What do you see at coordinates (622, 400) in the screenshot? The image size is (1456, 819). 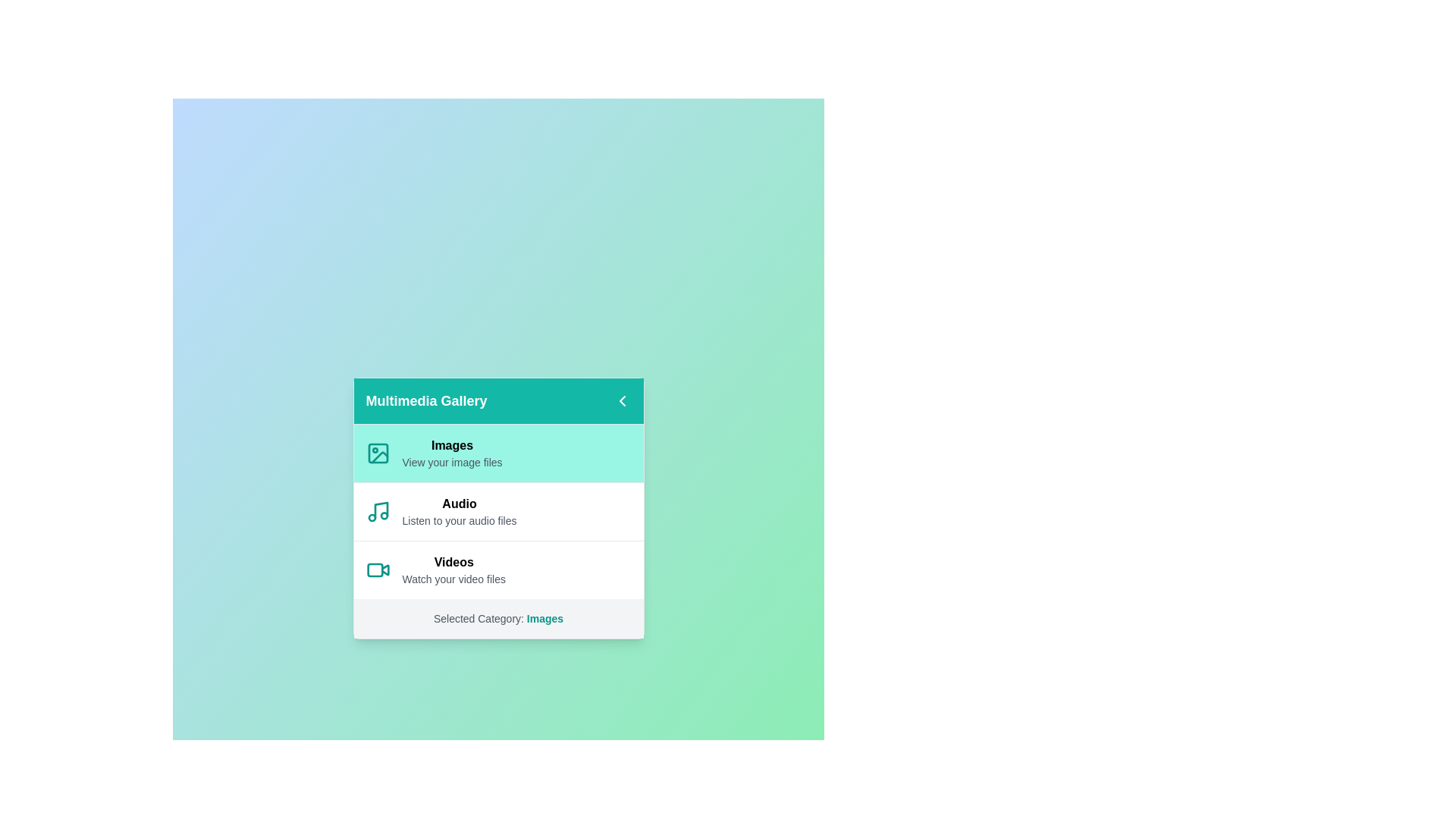 I see `the chevron button to toggle the gallery visibility` at bounding box center [622, 400].